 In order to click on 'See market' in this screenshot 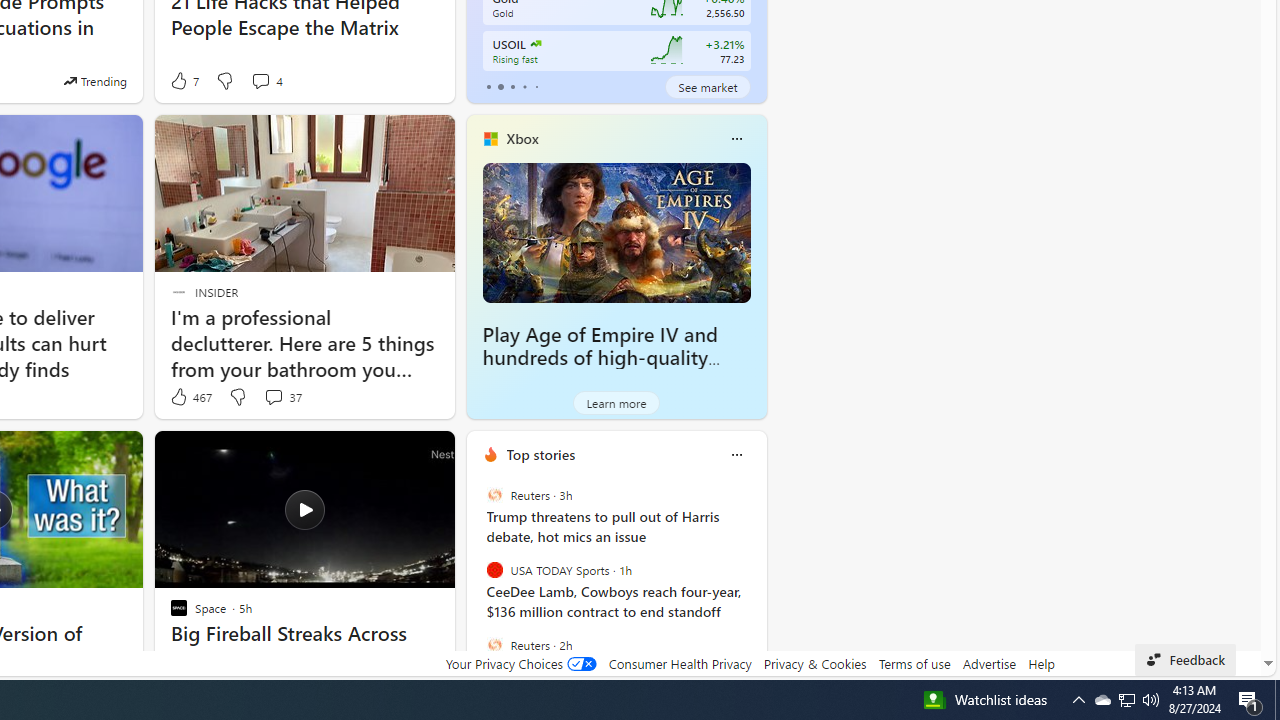, I will do `click(708, 86)`.